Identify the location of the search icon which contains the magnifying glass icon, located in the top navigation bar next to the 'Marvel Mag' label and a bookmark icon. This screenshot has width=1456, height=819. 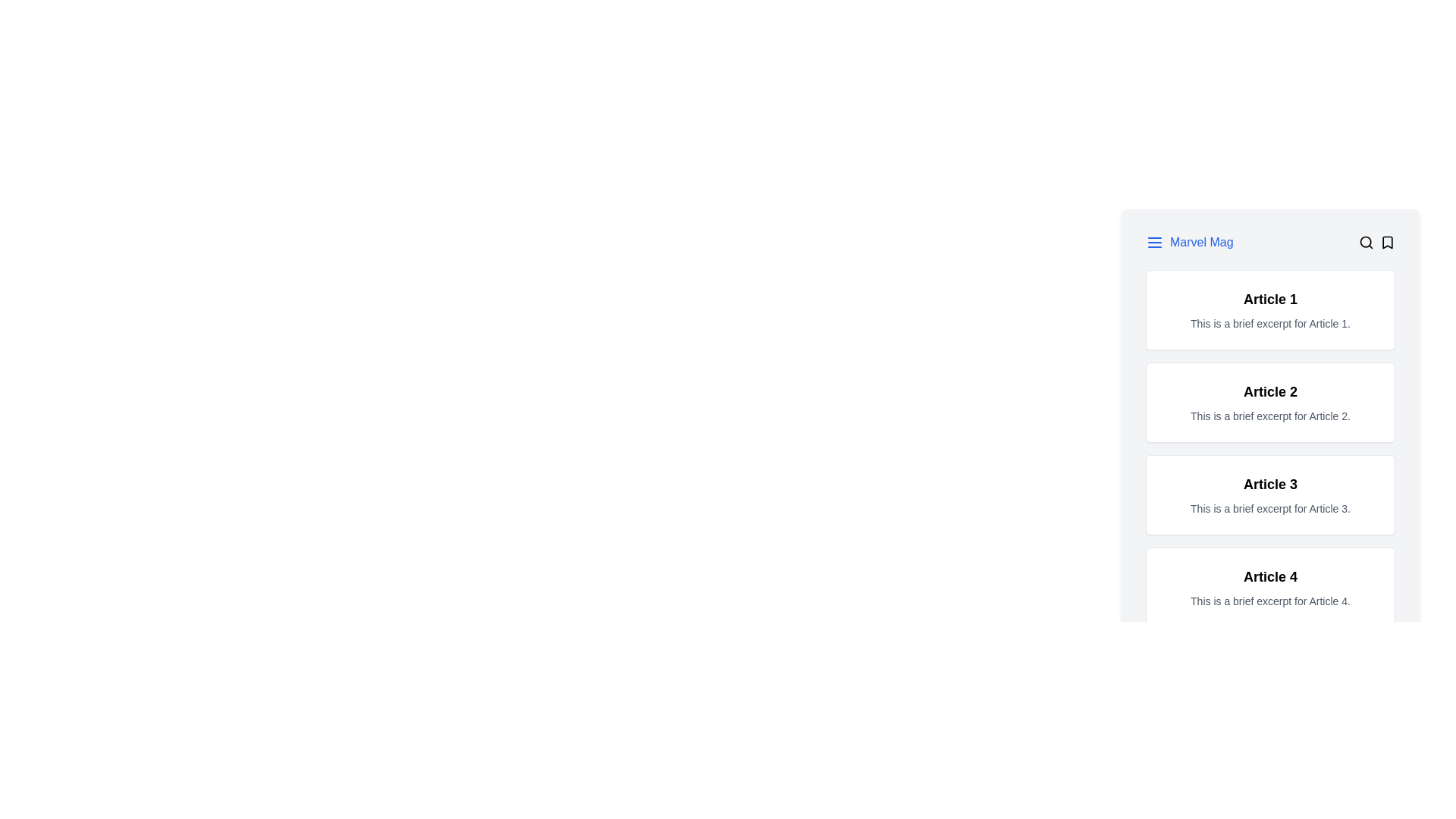
(1366, 241).